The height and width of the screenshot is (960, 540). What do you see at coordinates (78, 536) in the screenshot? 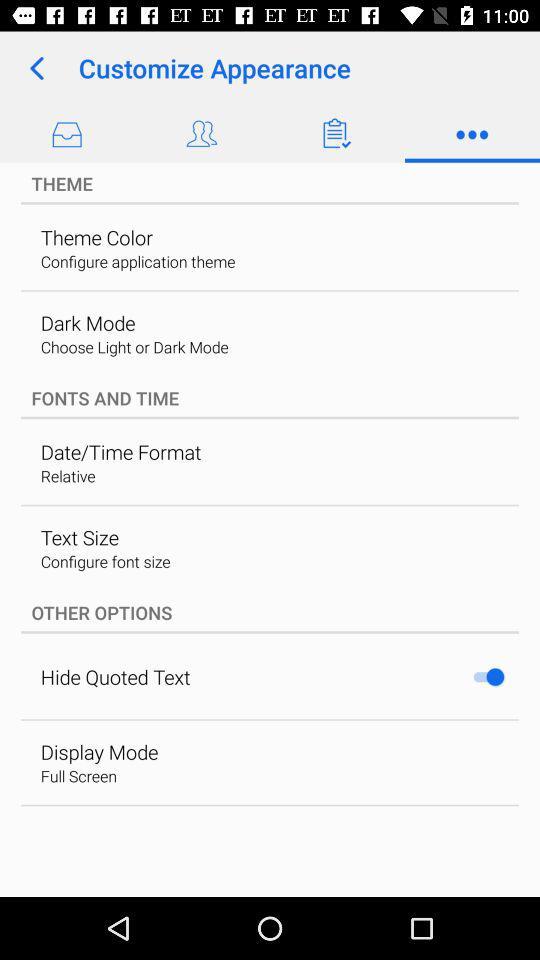
I see `the text size item` at bounding box center [78, 536].